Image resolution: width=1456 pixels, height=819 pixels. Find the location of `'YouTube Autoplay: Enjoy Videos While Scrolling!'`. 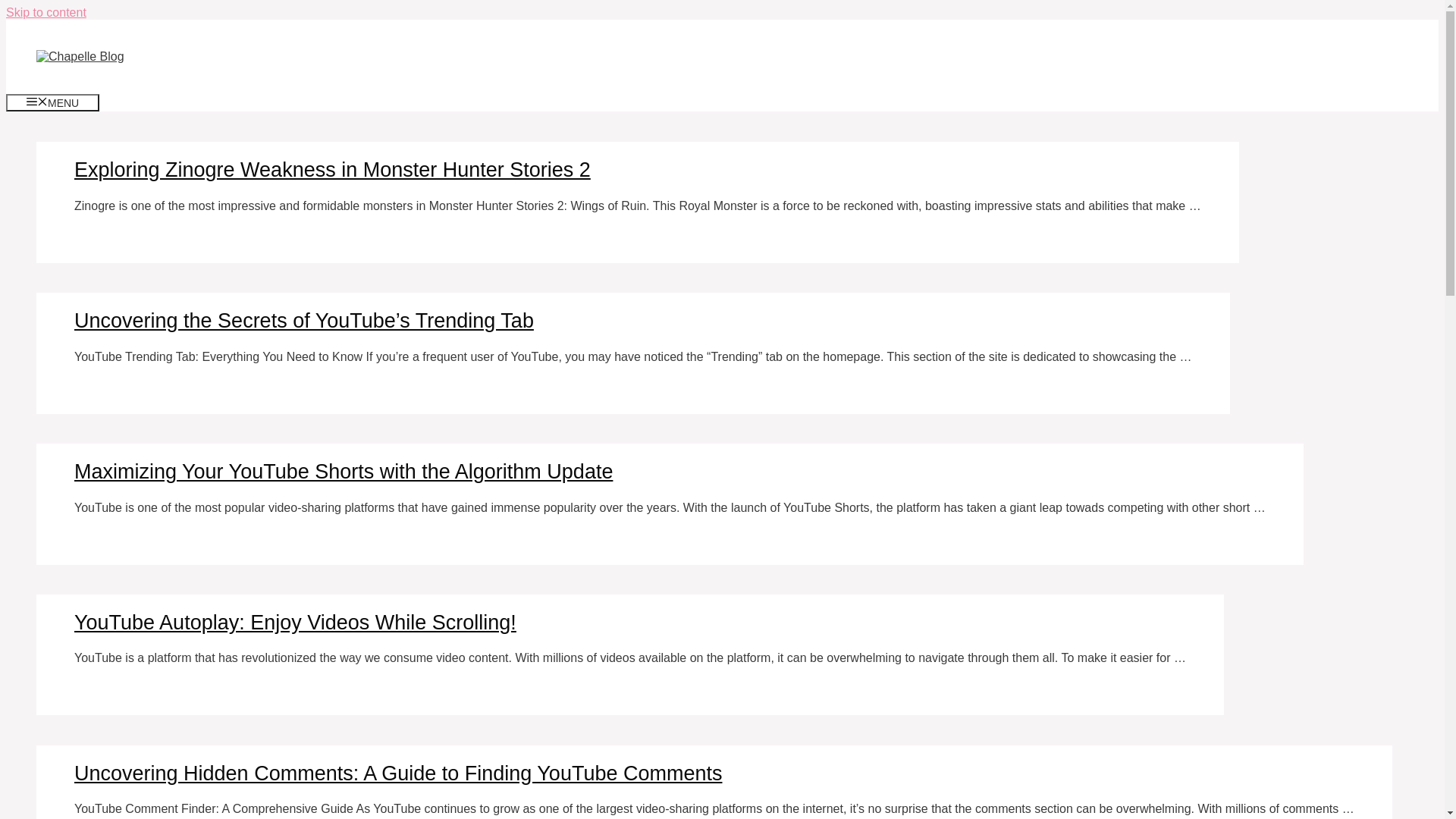

'YouTube Autoplay: Enjoy Videos While Scrolling!' is located at coordinates (295, 623).